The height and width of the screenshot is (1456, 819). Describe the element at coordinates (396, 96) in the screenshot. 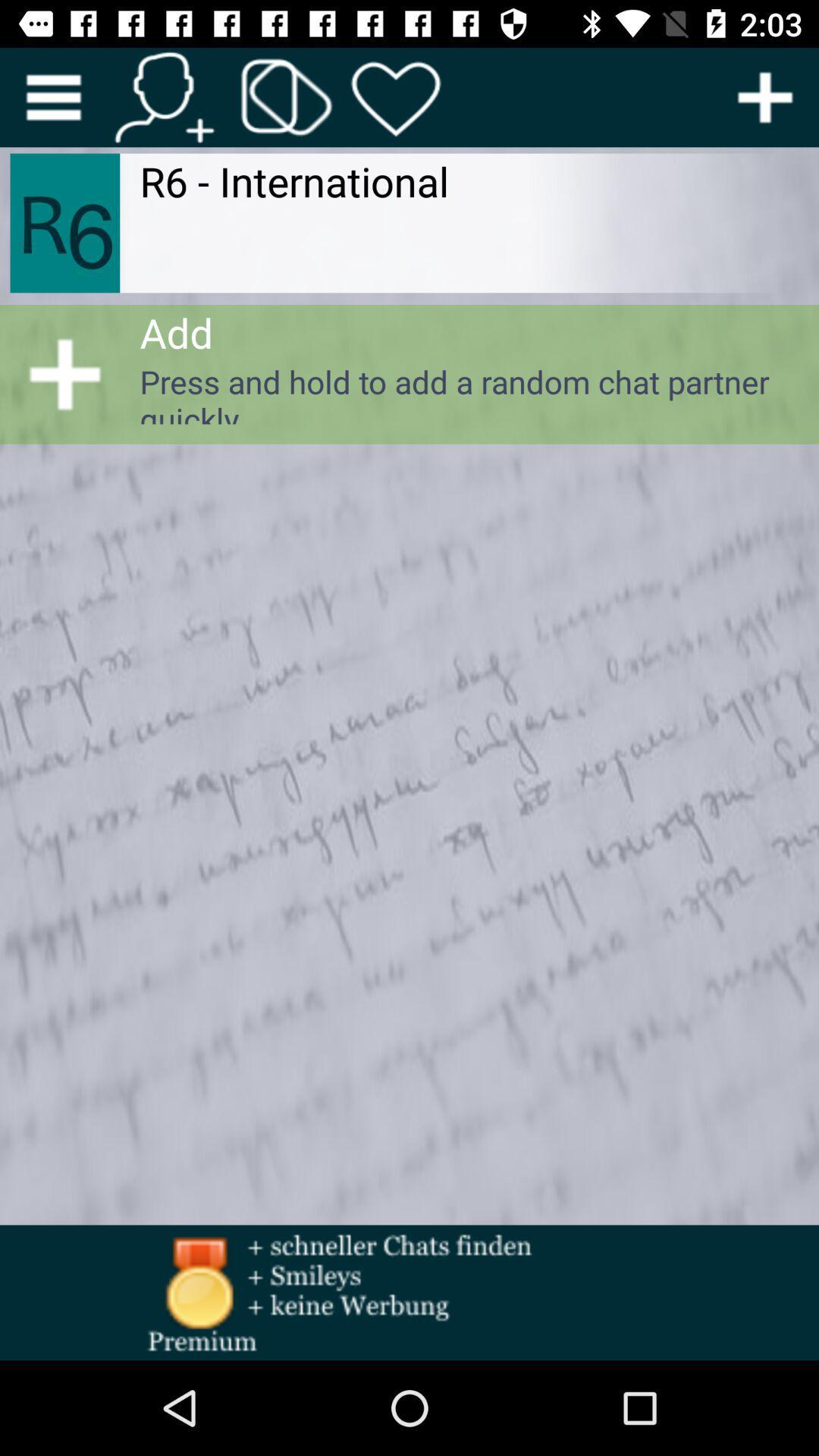

I see `like` at that location.